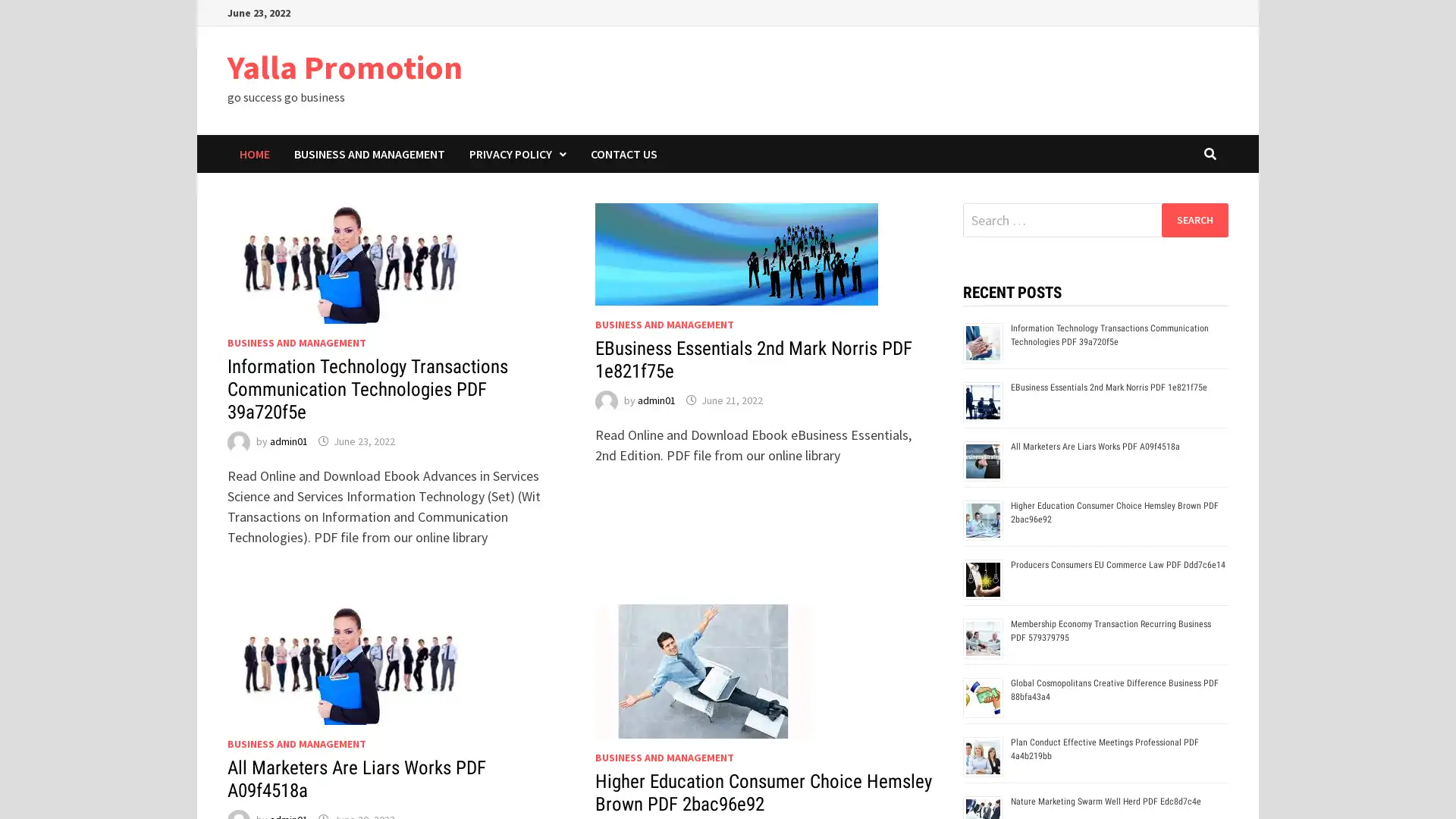  Describe the element at coordinates (1194, 219) in the screenshot. I see `Search` at that location.